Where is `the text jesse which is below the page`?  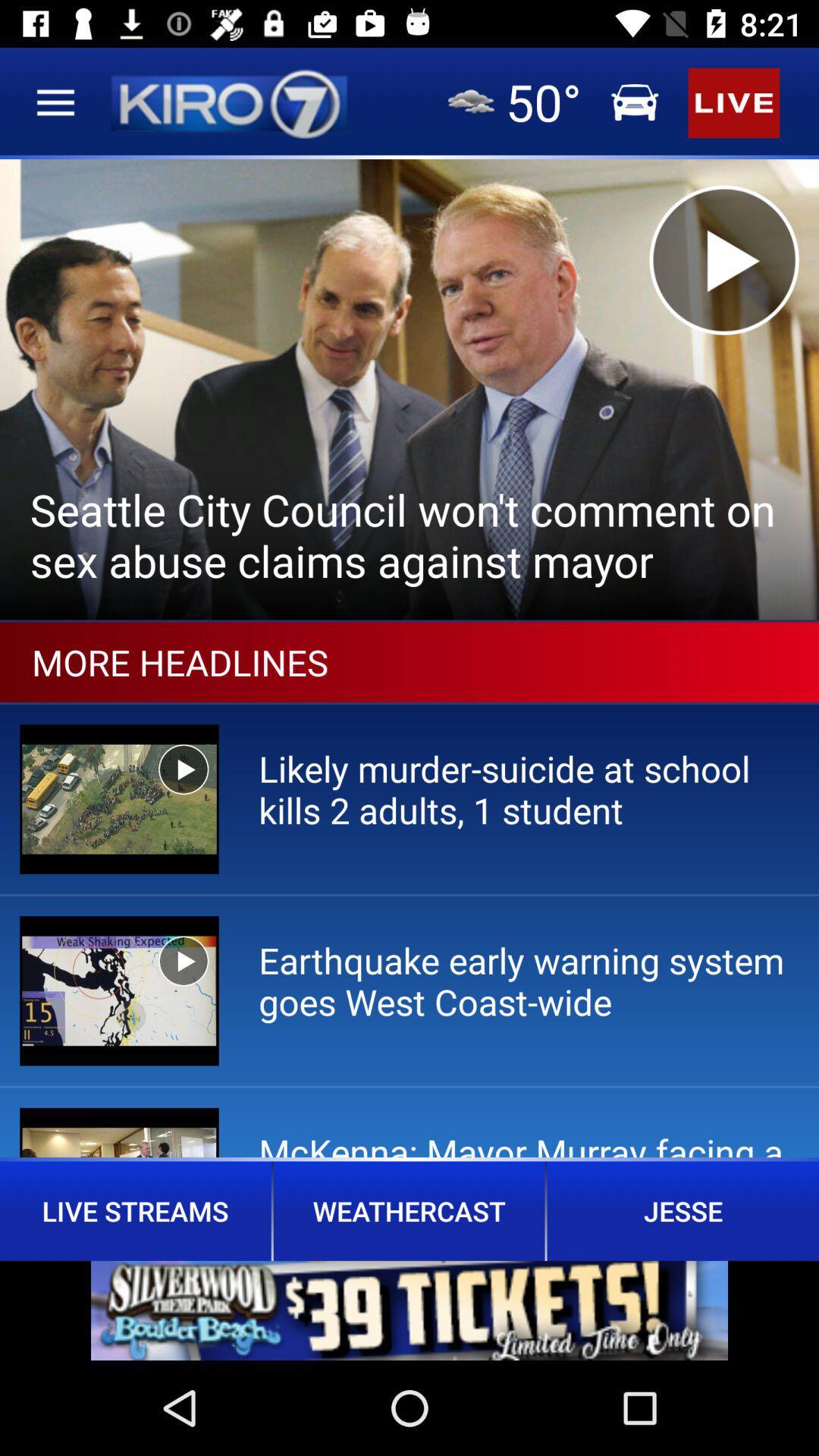 the text jesse which is below the page is located at coordinates (683, 1210).